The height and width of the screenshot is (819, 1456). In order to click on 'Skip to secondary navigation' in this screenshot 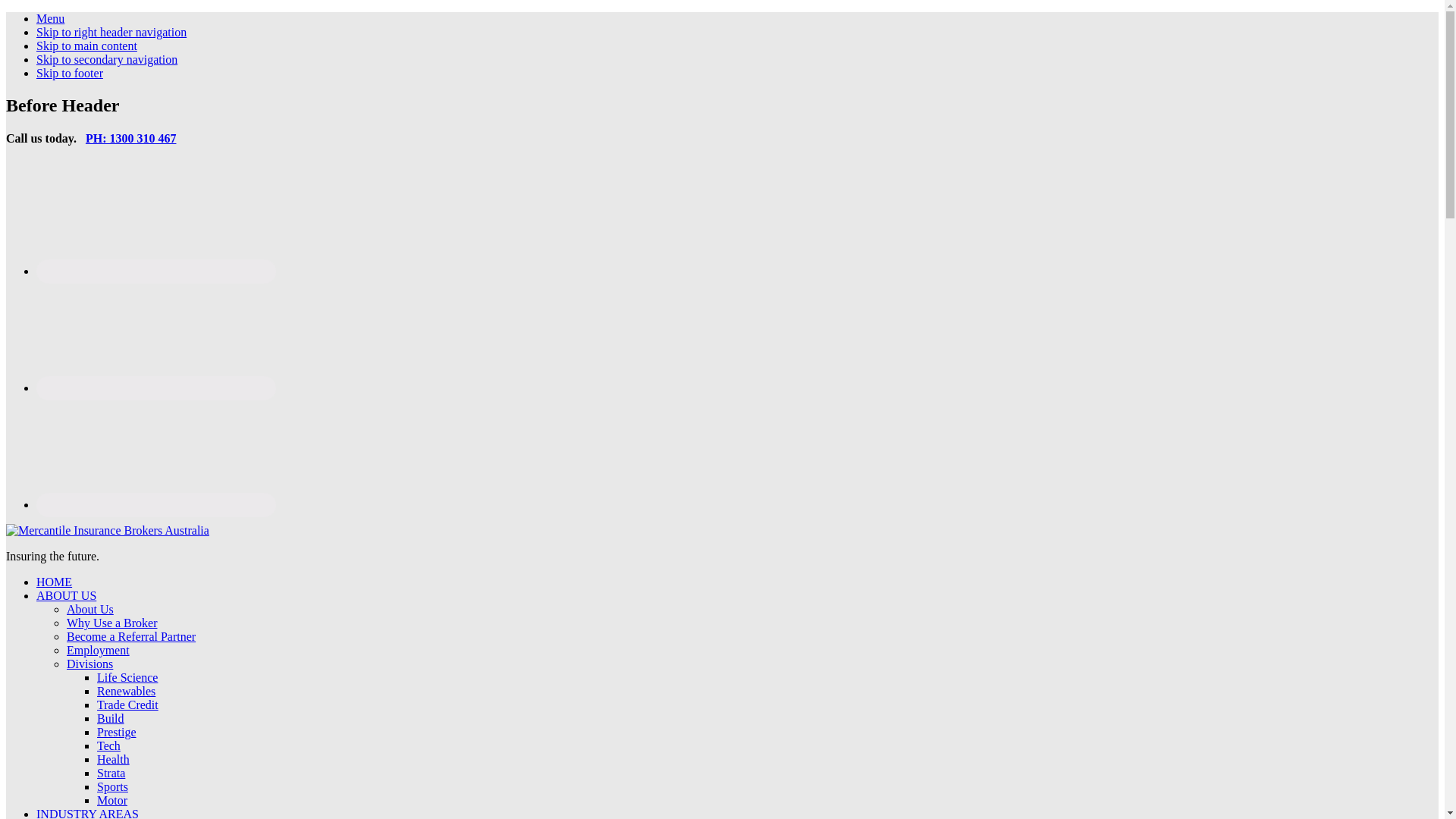, I will do `click(105, 58)`.